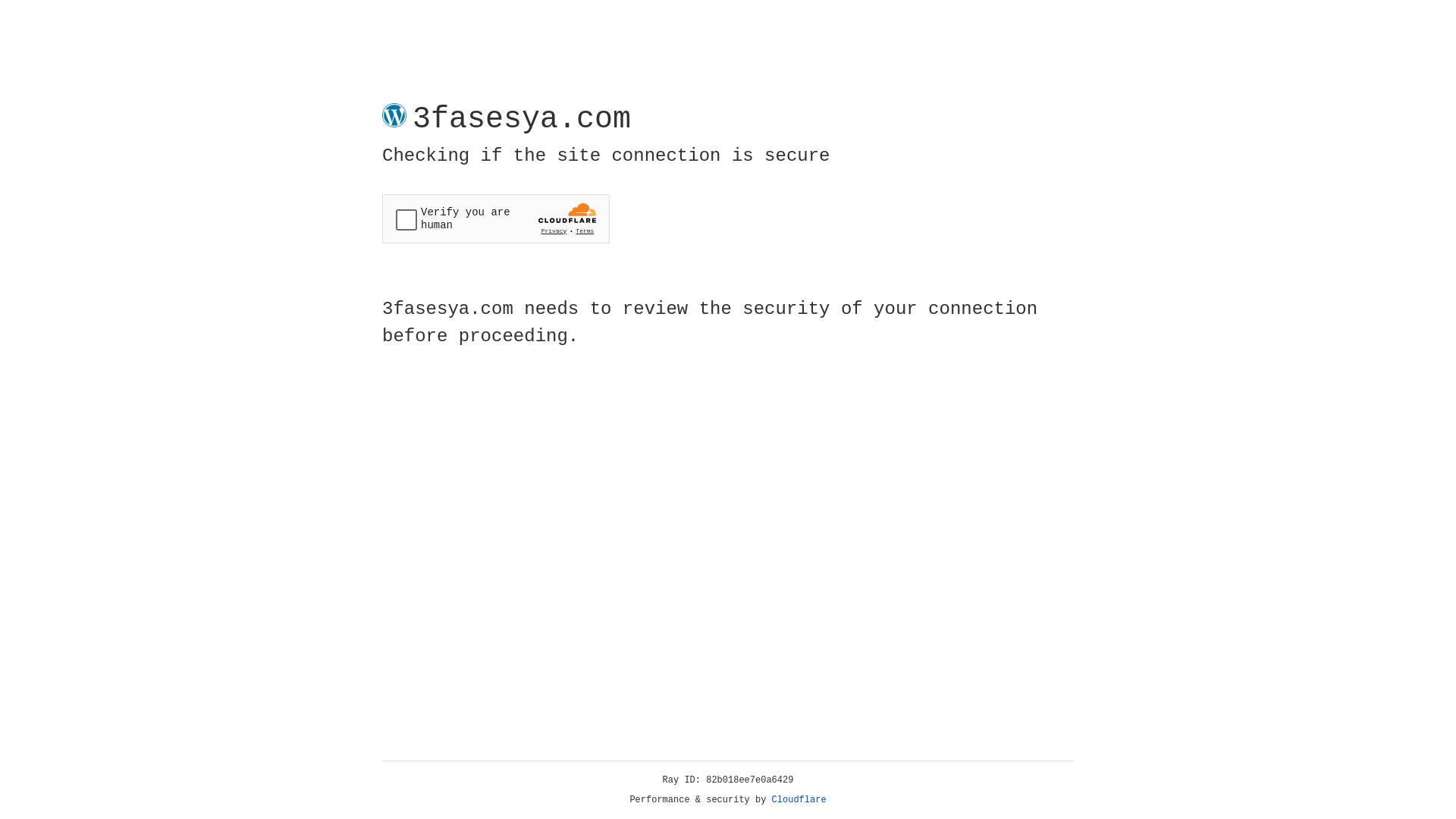 This screenshot has width=1456, height=819. What do you see at coordinates (495, 218) in the screenshot?
I see `'Widget containing a Cloudflare security challenge'` at bounding box center [495, 218].